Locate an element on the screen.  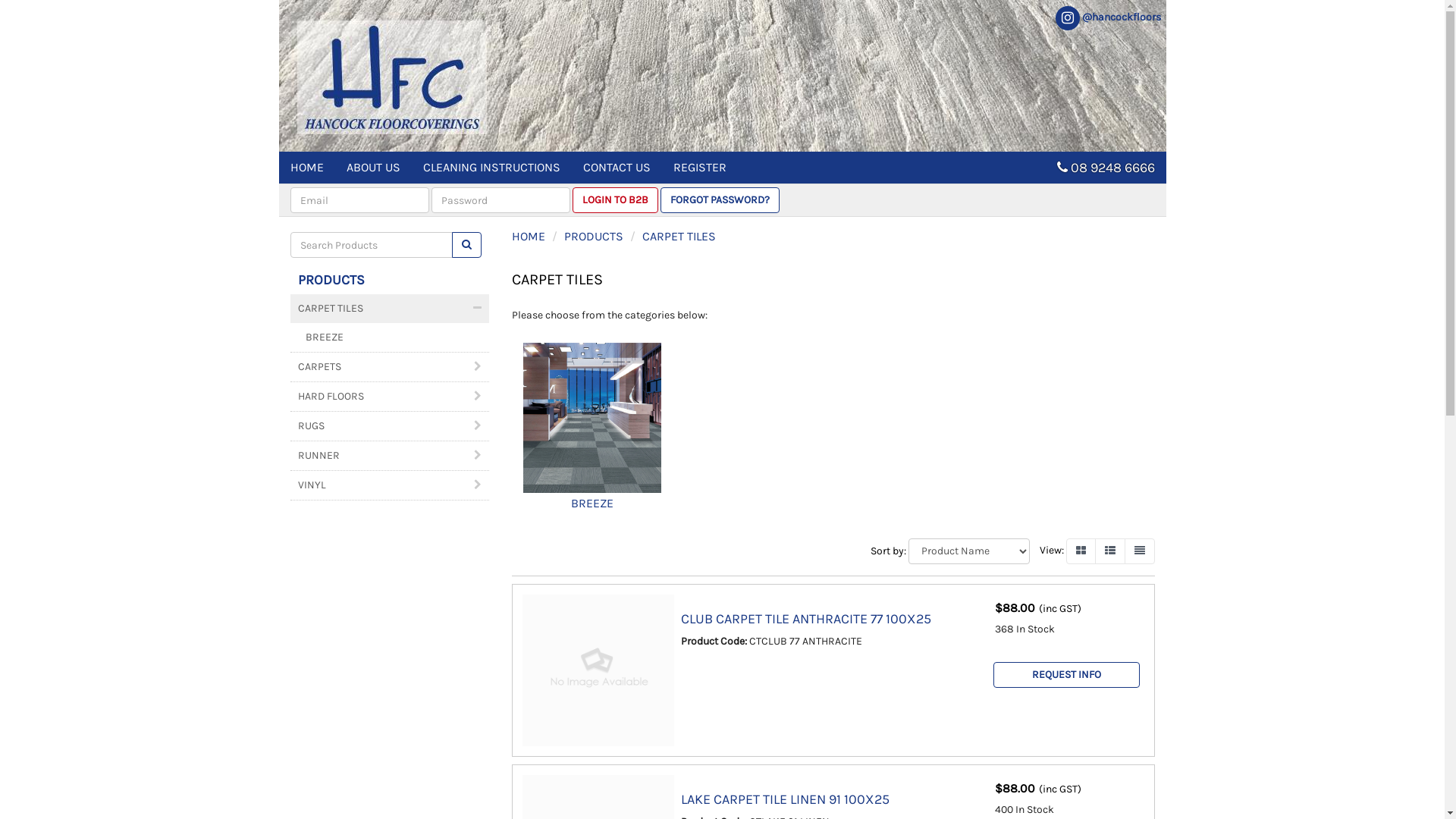
'ABOUT US' is located at coordinates (334, 167).